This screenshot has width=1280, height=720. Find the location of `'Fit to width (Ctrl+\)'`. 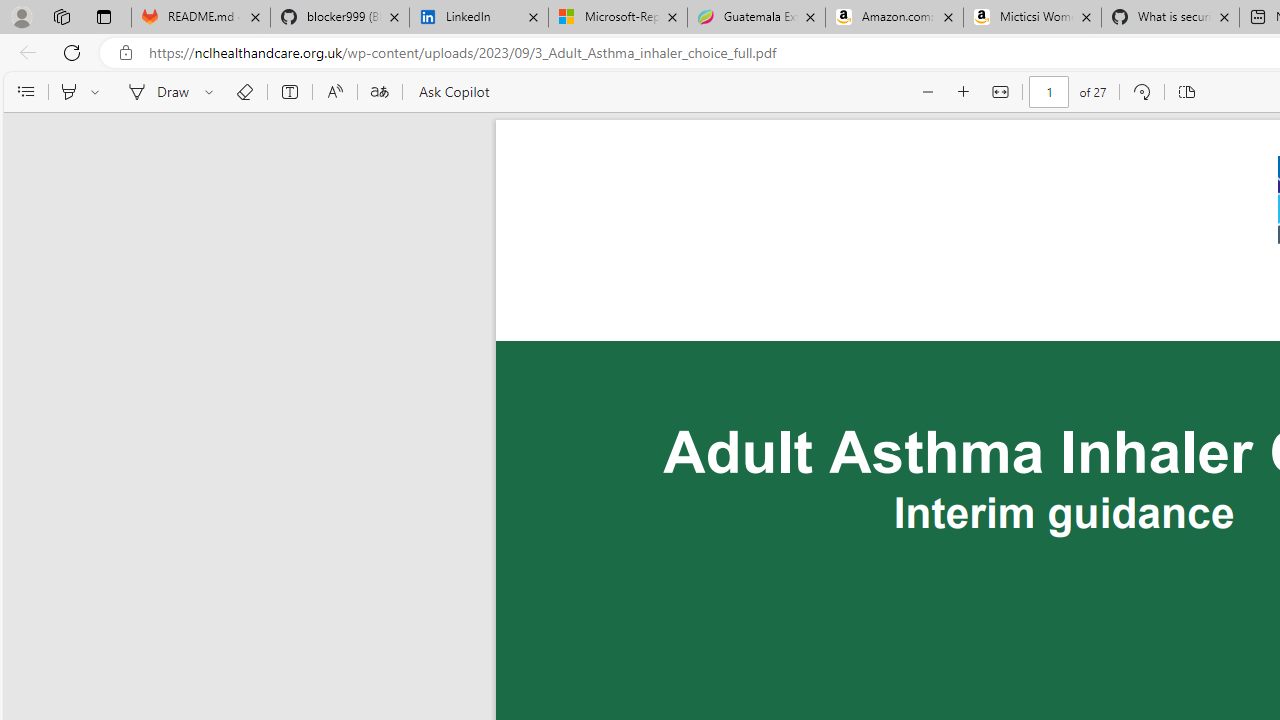

'Fit to width (Ctrl+\)' is located at coordinates (1000, 92).